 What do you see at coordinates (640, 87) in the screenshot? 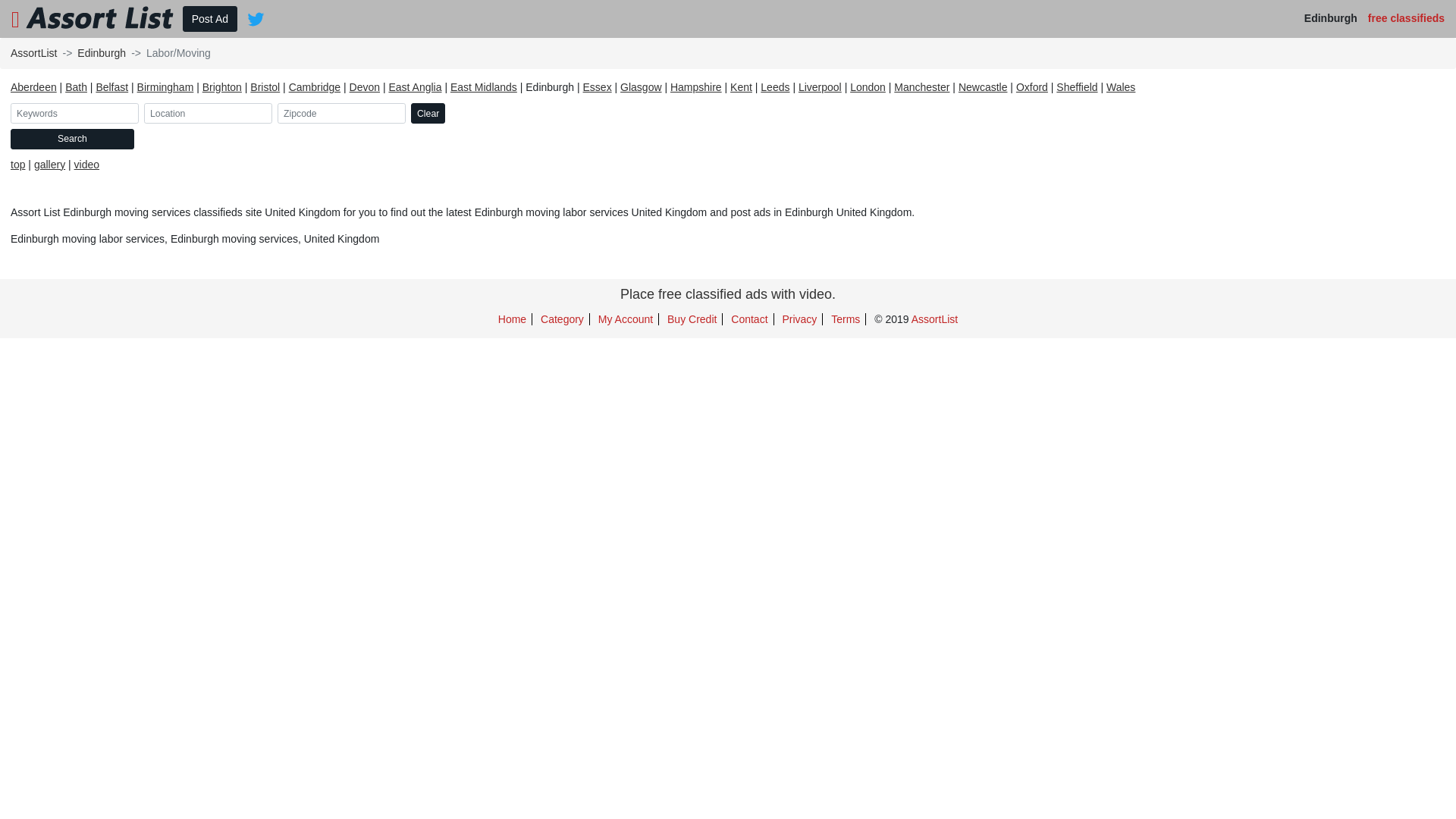
I see `'Glasgow'` at bounding box center [640, 87].